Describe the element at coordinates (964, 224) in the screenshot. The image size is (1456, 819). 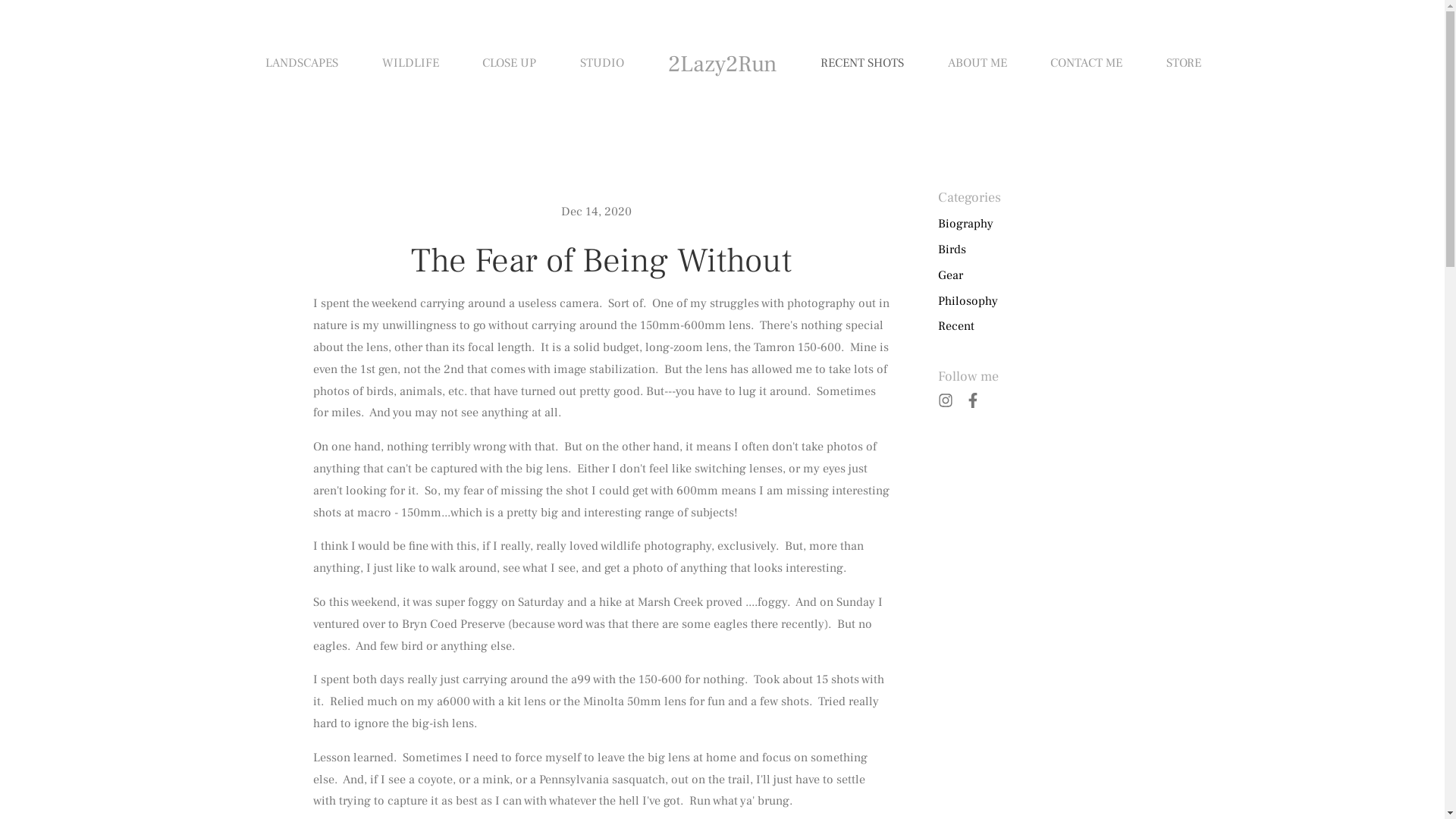
I see `'Biography'` at that location.